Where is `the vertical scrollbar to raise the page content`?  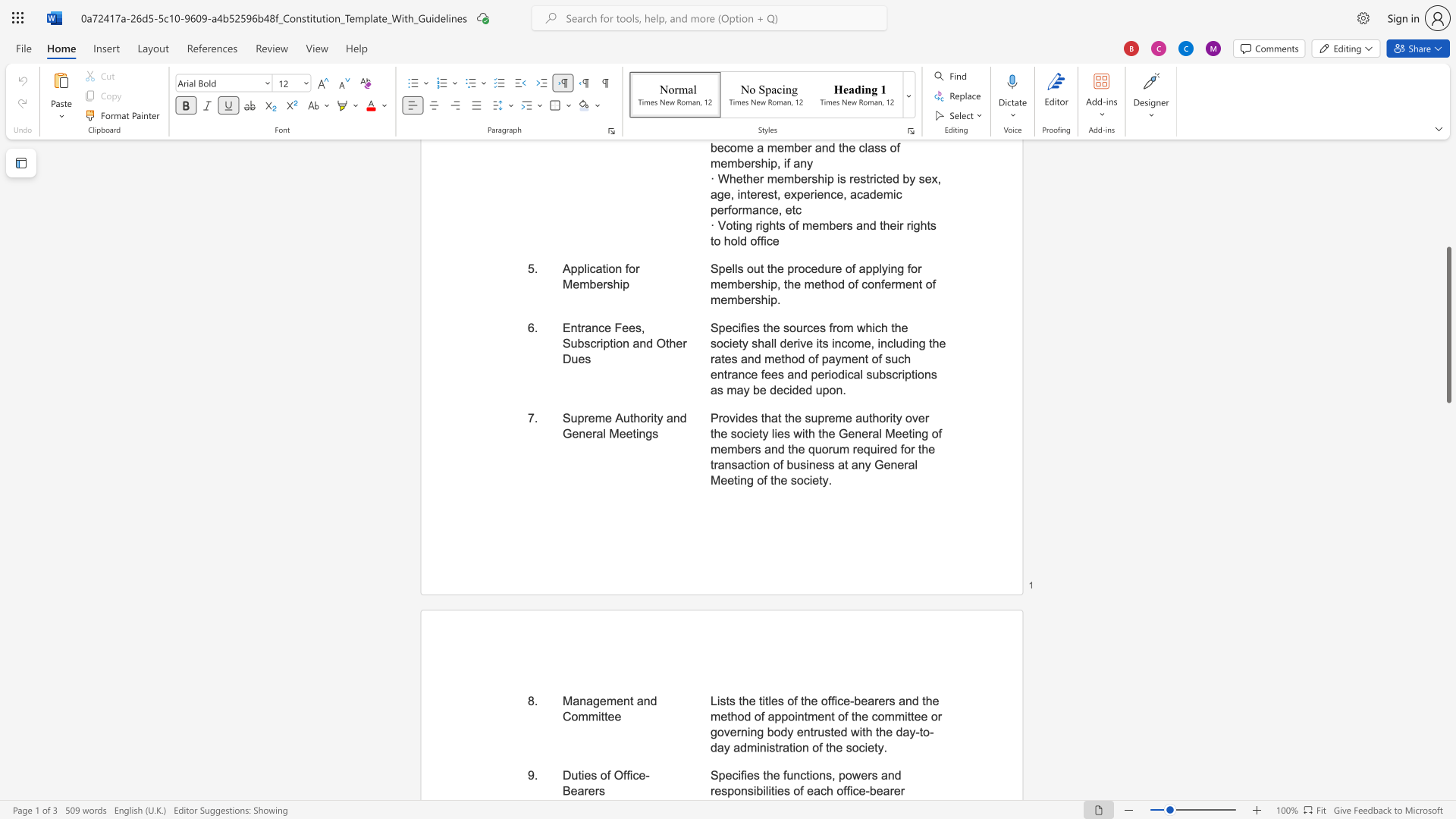
the vertical scrollbar to raise the page content is located at coordinates (1448, 180).